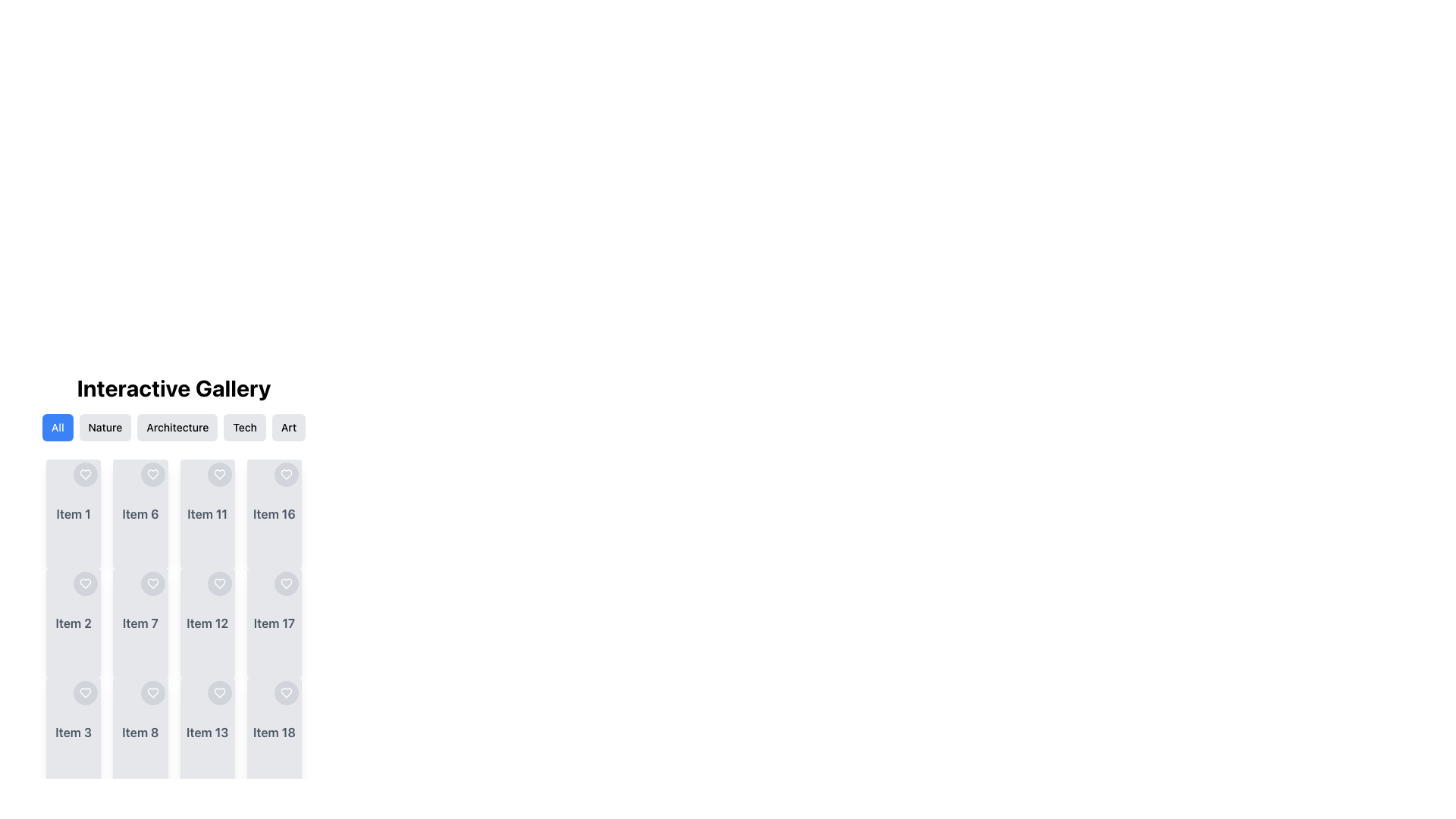 This screenshot has height=819, width=1456. What do you see at coordinates (73, 513) in the screenshot?
I see `the rectangular card labeled 'Item 1' with a heart-shaped icon in the top right corner, located in the first column and first row of the Interactive Gallery` at bounding box center [73, 513].